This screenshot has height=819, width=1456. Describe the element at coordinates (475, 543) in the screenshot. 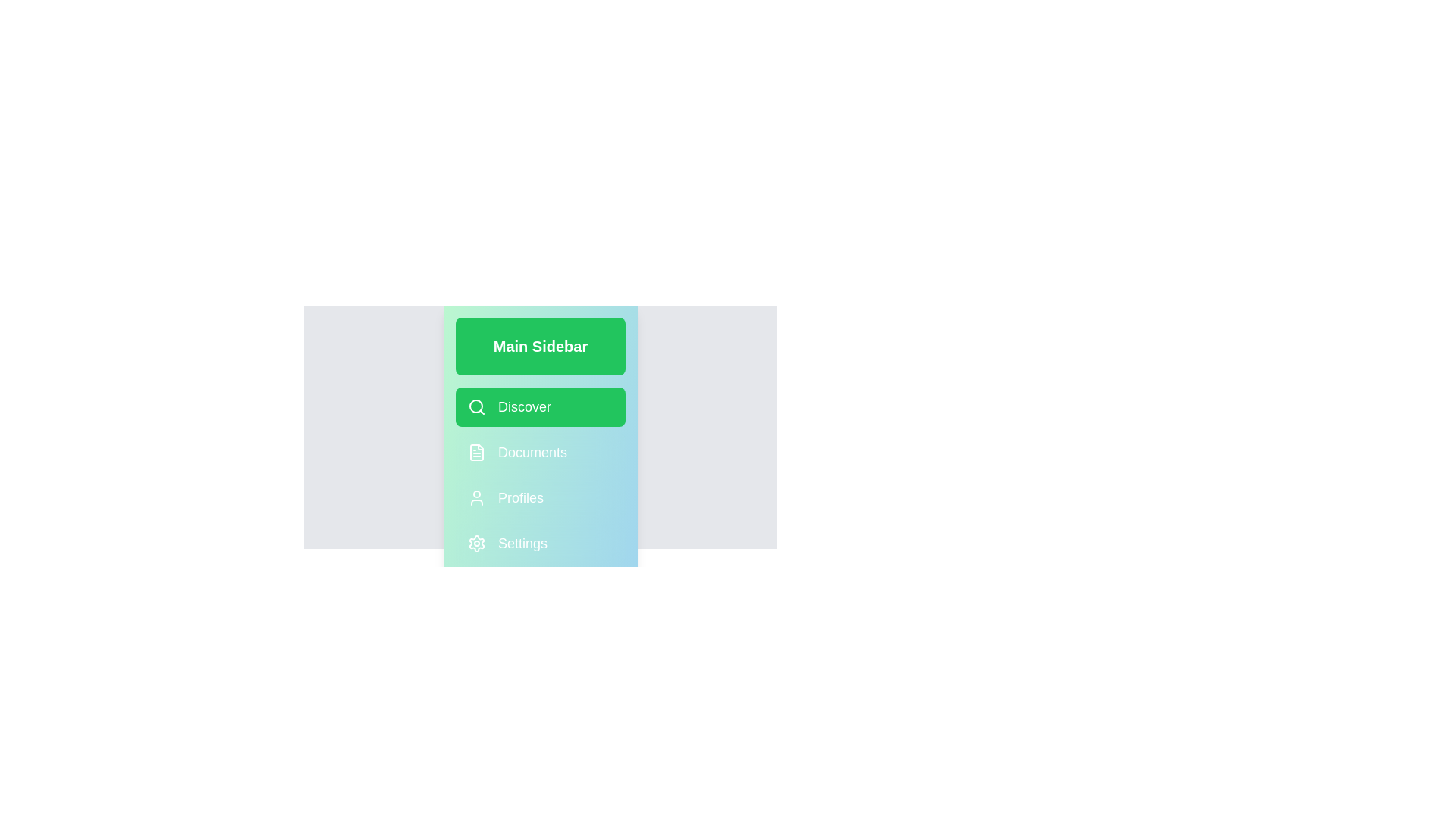

I see `the gear icon representing settings located in the lower part of the sidebar interface` at that location.